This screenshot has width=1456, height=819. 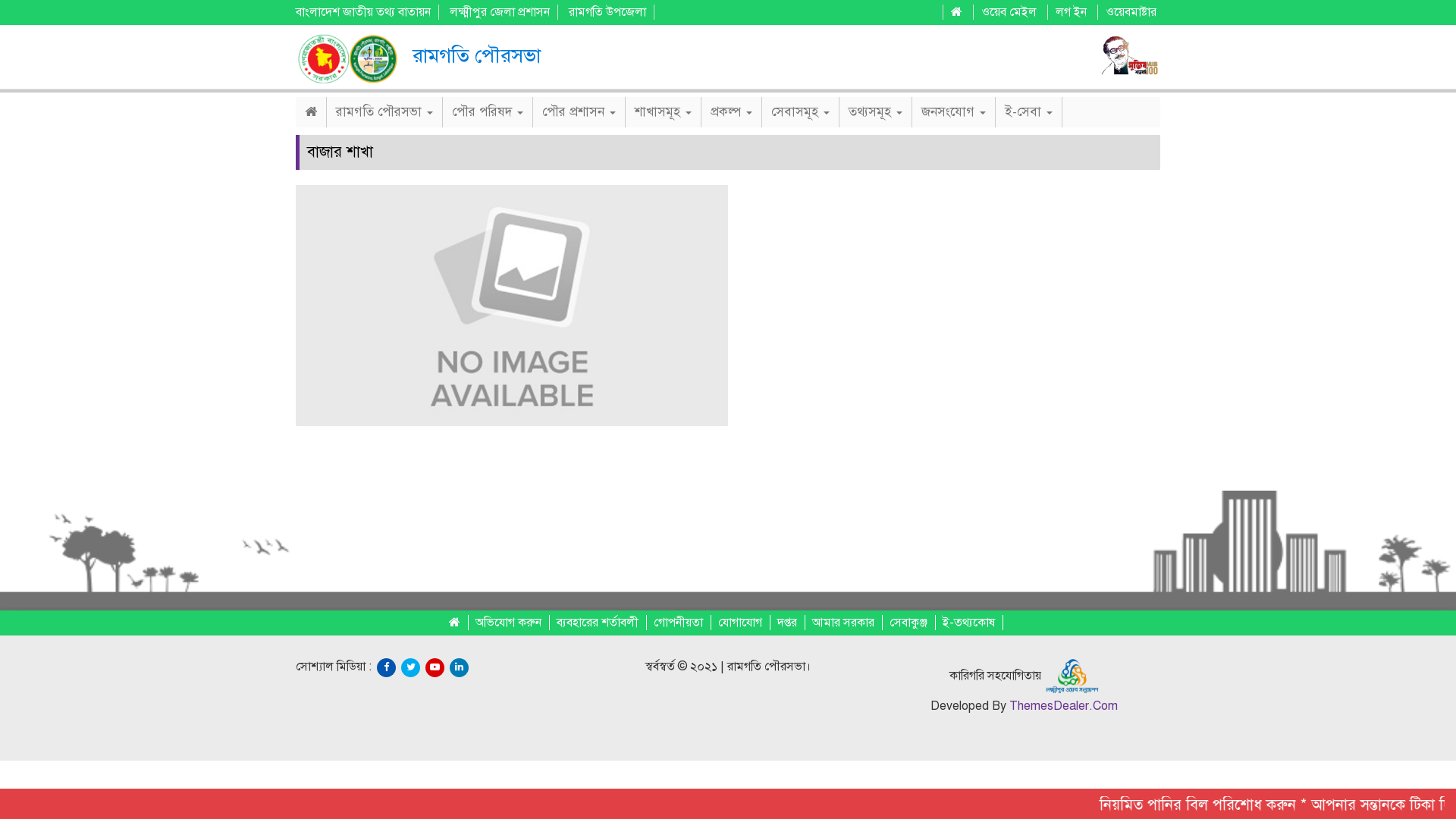 I want to click on 'ThemesDealer.Com', so click(x=1062, y=705).